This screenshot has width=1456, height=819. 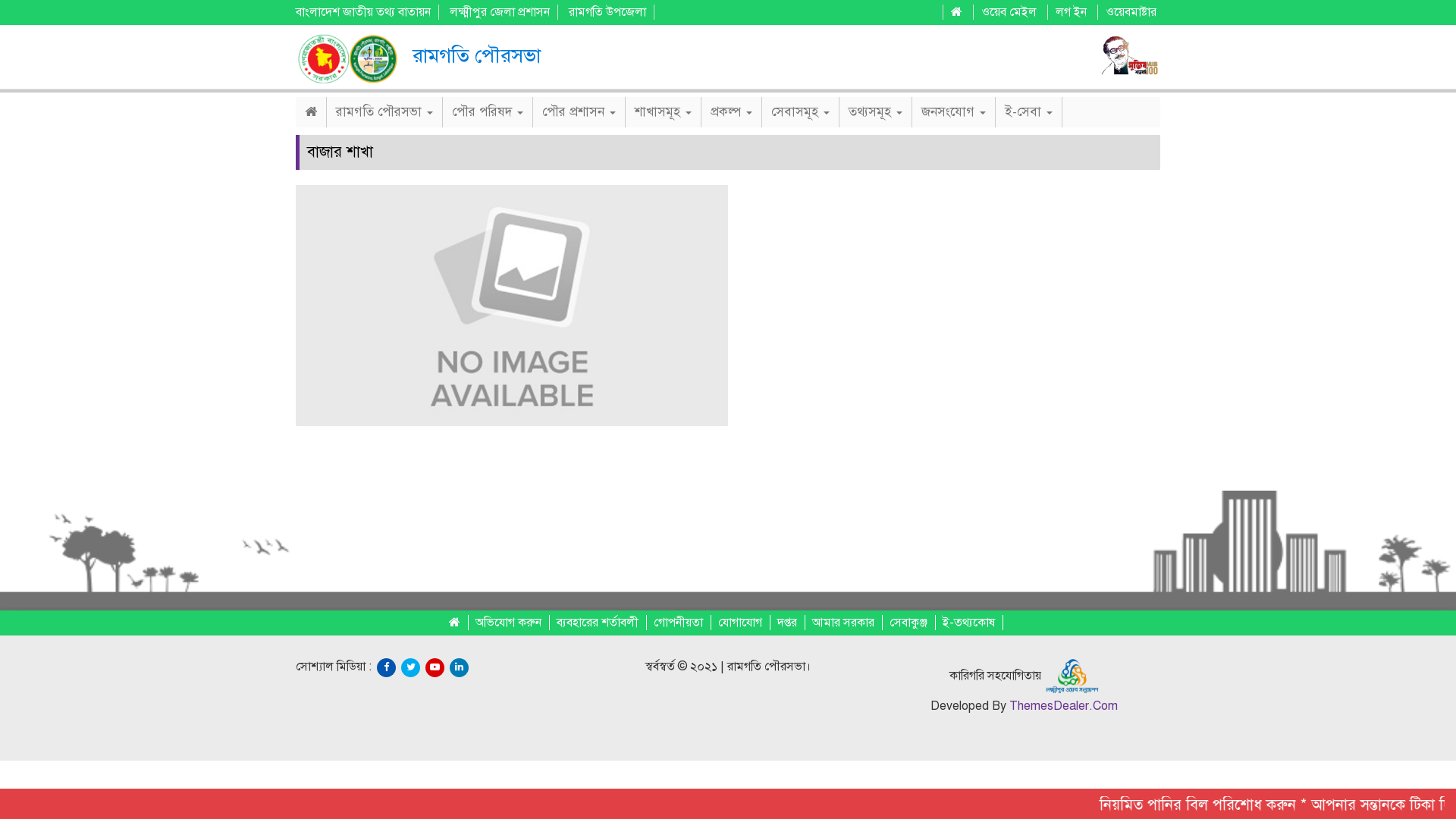 I want to click on 'ThemesDealer.Com', so click(x=1062, y=705).